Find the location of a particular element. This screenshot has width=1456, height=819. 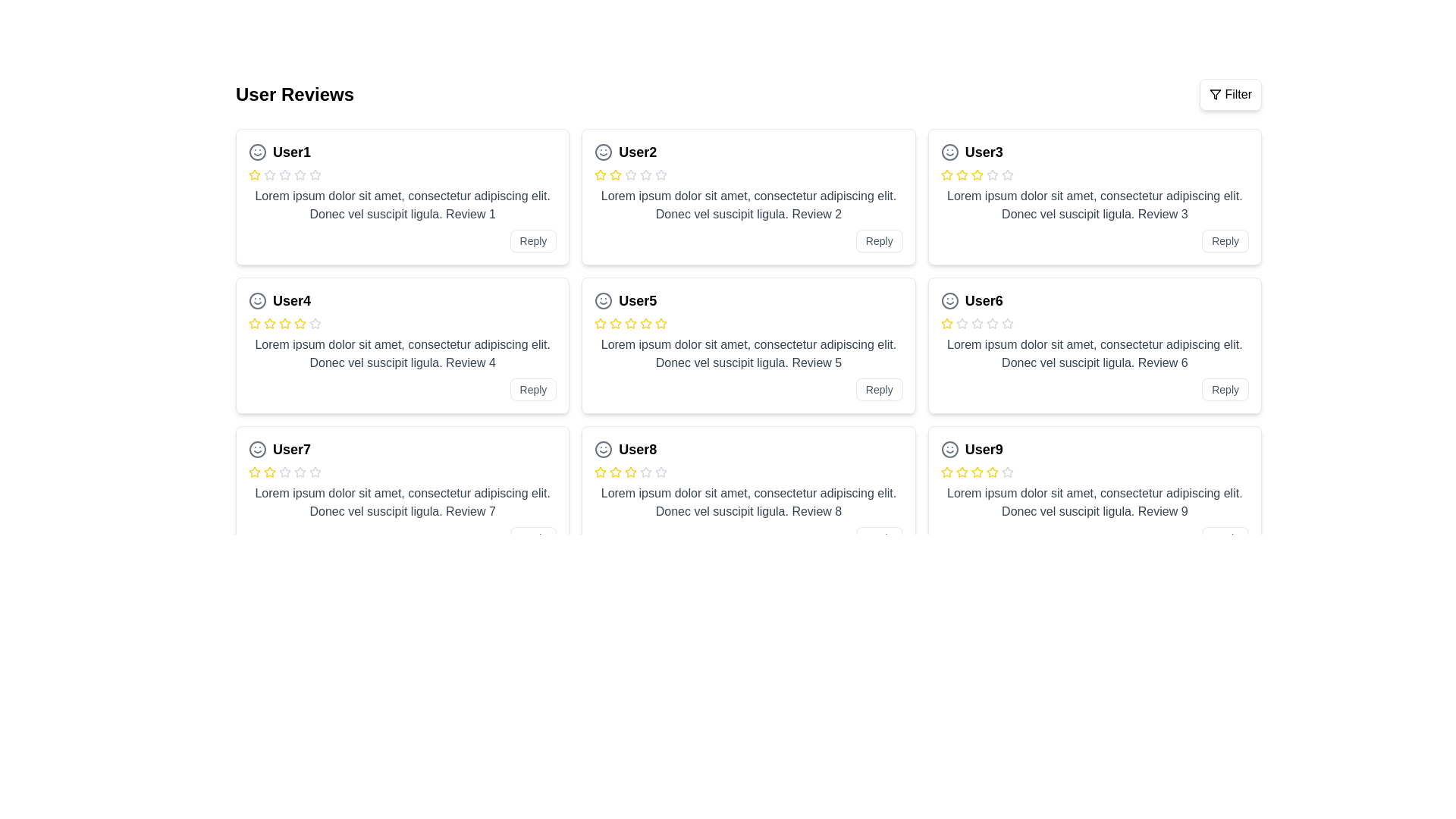

the Circular SVG element representing the main circular stroke of the smiley face in the User Reviews section for User9 is located at coordinates (949, 449).